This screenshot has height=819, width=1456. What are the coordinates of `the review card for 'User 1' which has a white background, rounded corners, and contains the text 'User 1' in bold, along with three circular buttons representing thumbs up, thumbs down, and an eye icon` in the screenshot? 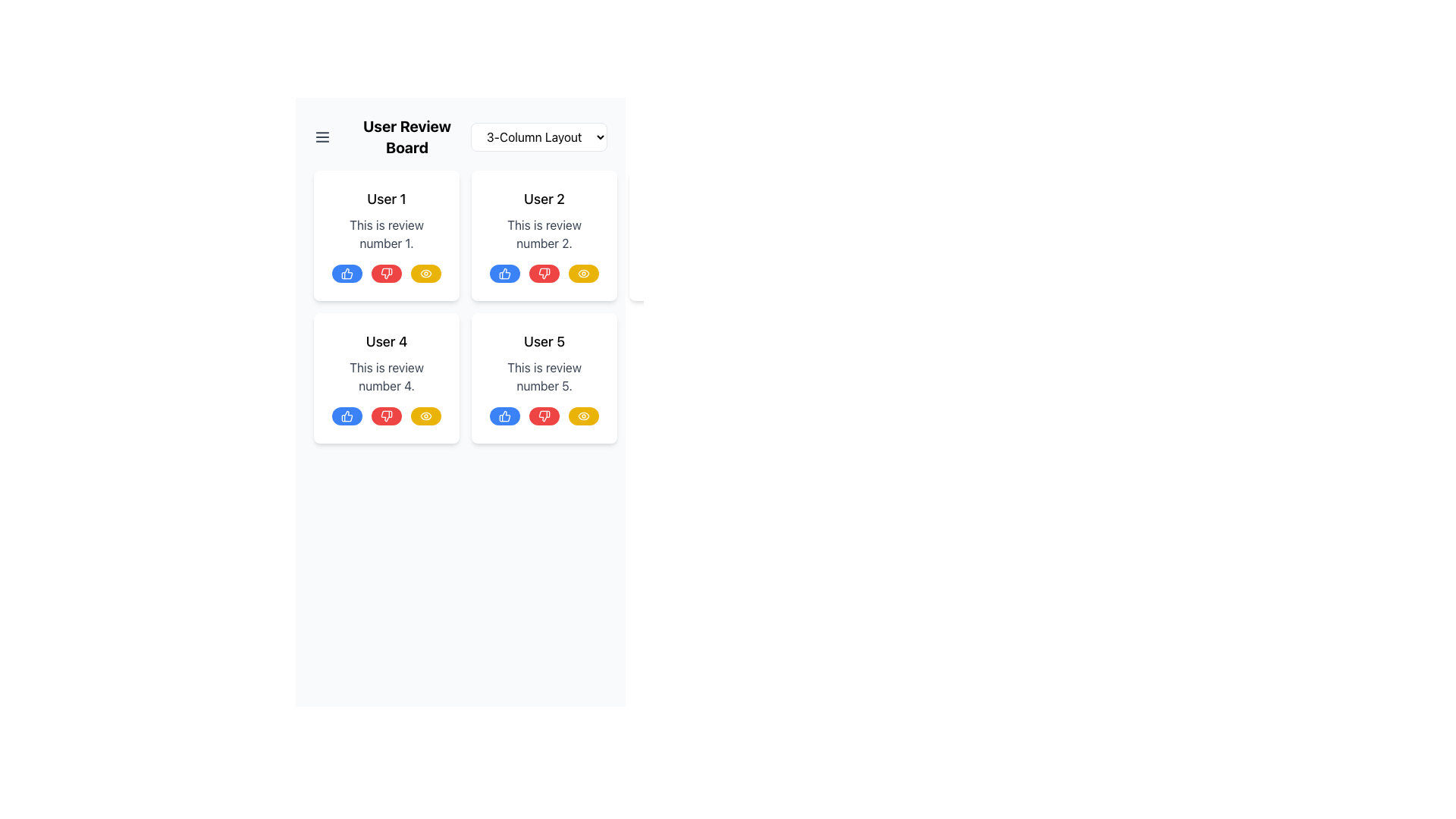 It's located at (386, 236).